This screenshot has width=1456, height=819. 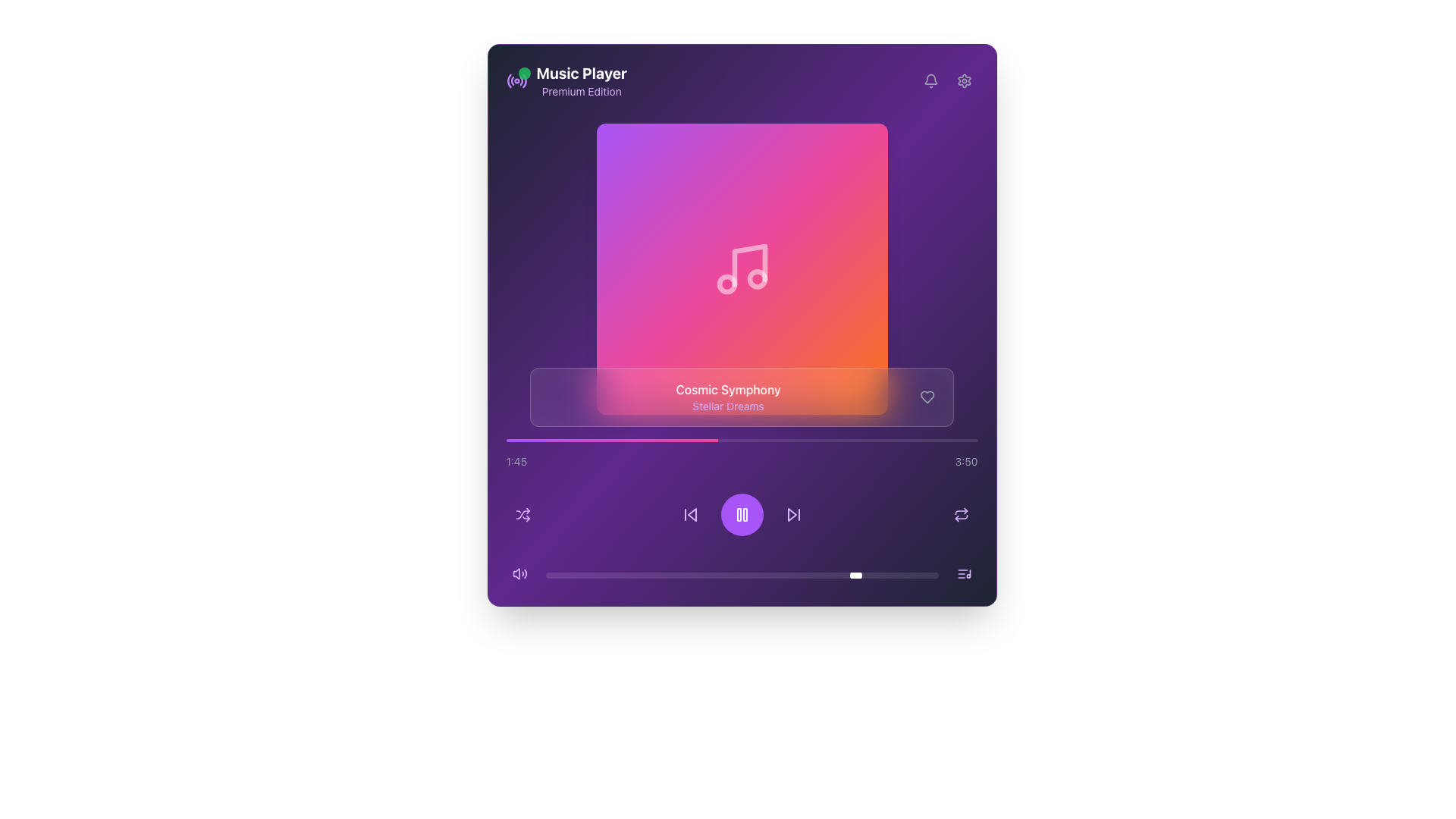 I want to click on the icon next to the 'Music Player' text at the top-left of the interface, so click(x=516, y=81).